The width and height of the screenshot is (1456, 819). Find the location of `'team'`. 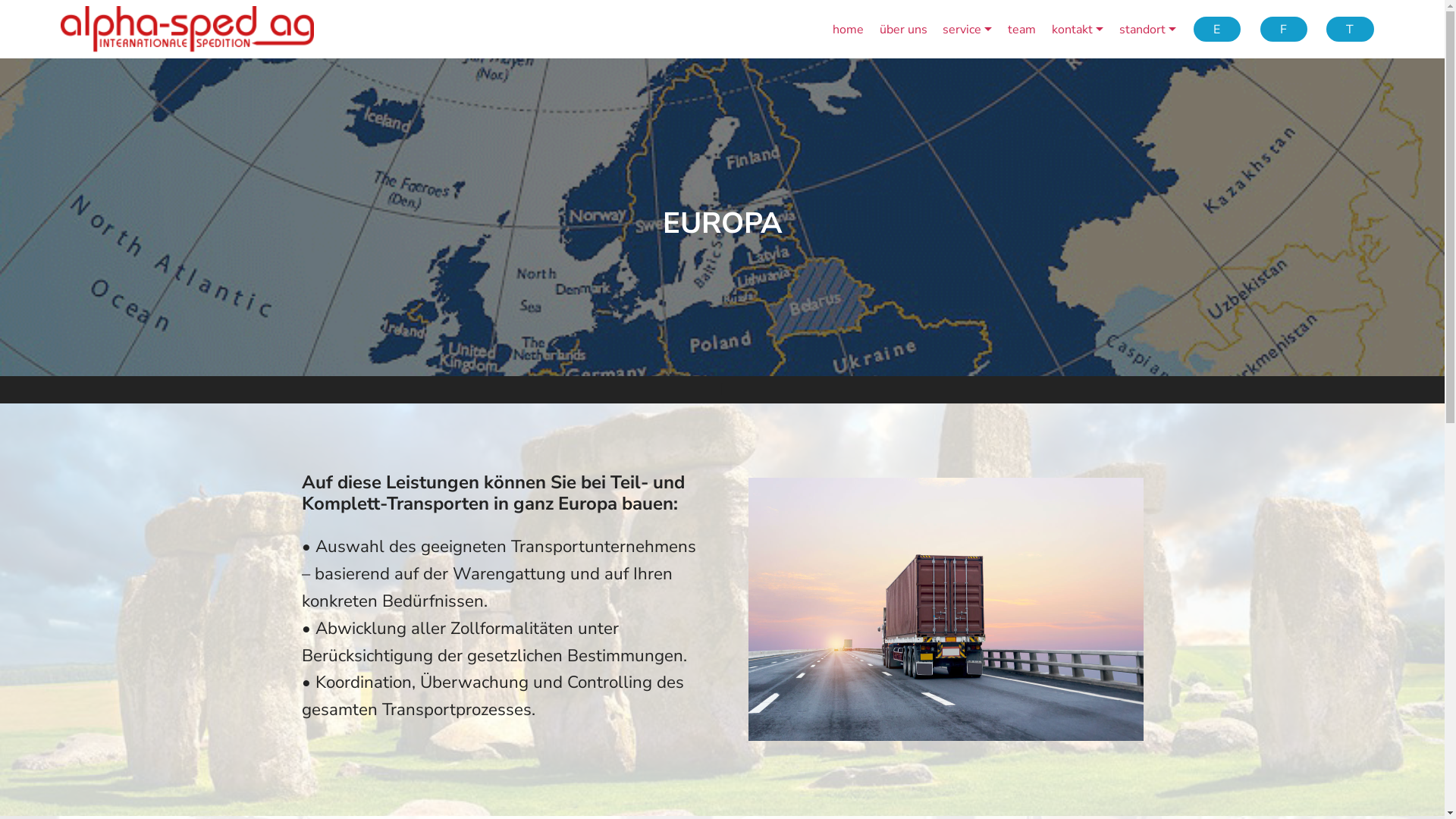

'team' is located at coordinates (1021, 29).